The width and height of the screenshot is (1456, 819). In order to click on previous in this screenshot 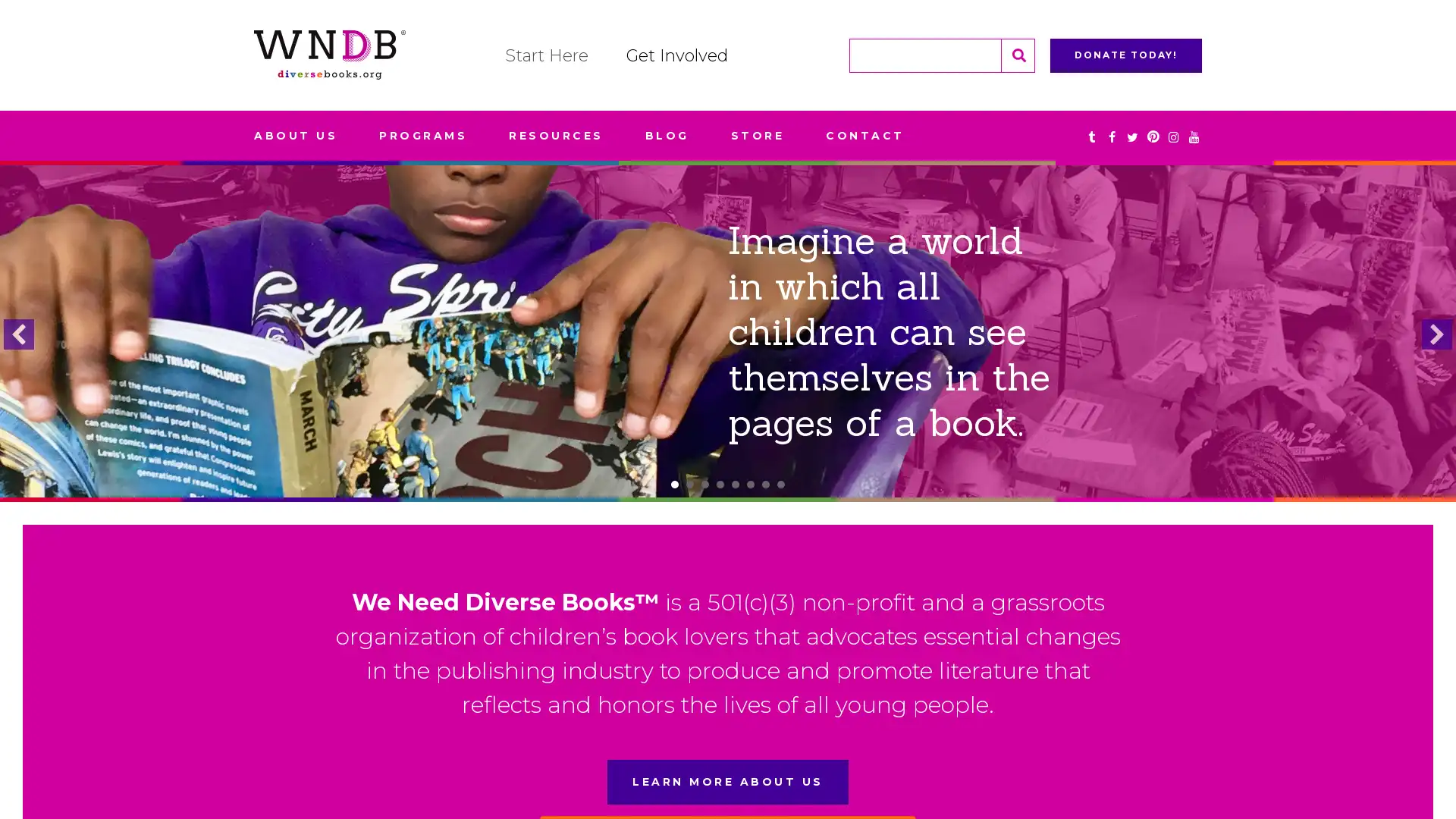, I will do `click(18, 333)`.